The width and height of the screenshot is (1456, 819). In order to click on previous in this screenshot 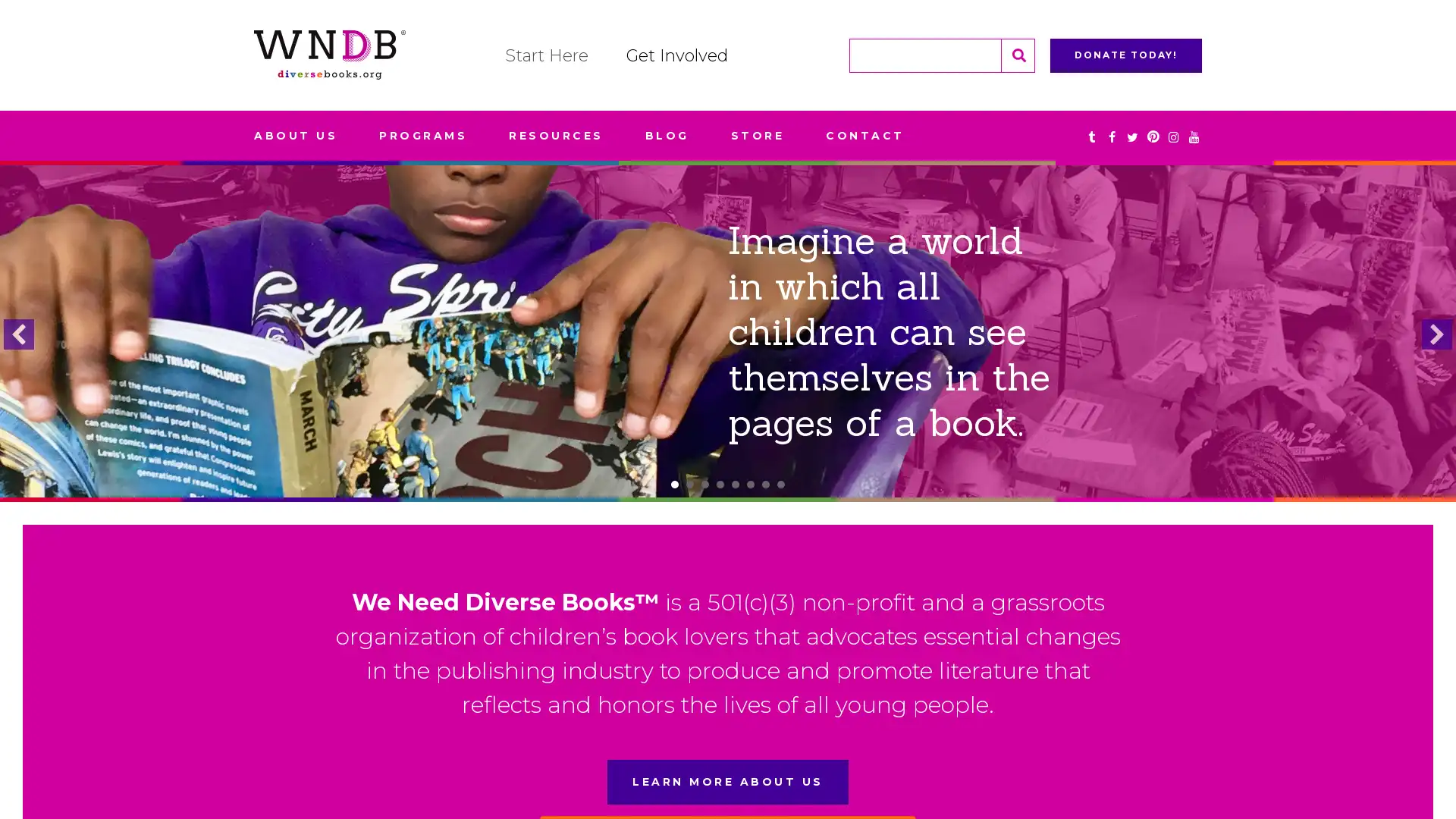, I will do `click(18, 333)`.